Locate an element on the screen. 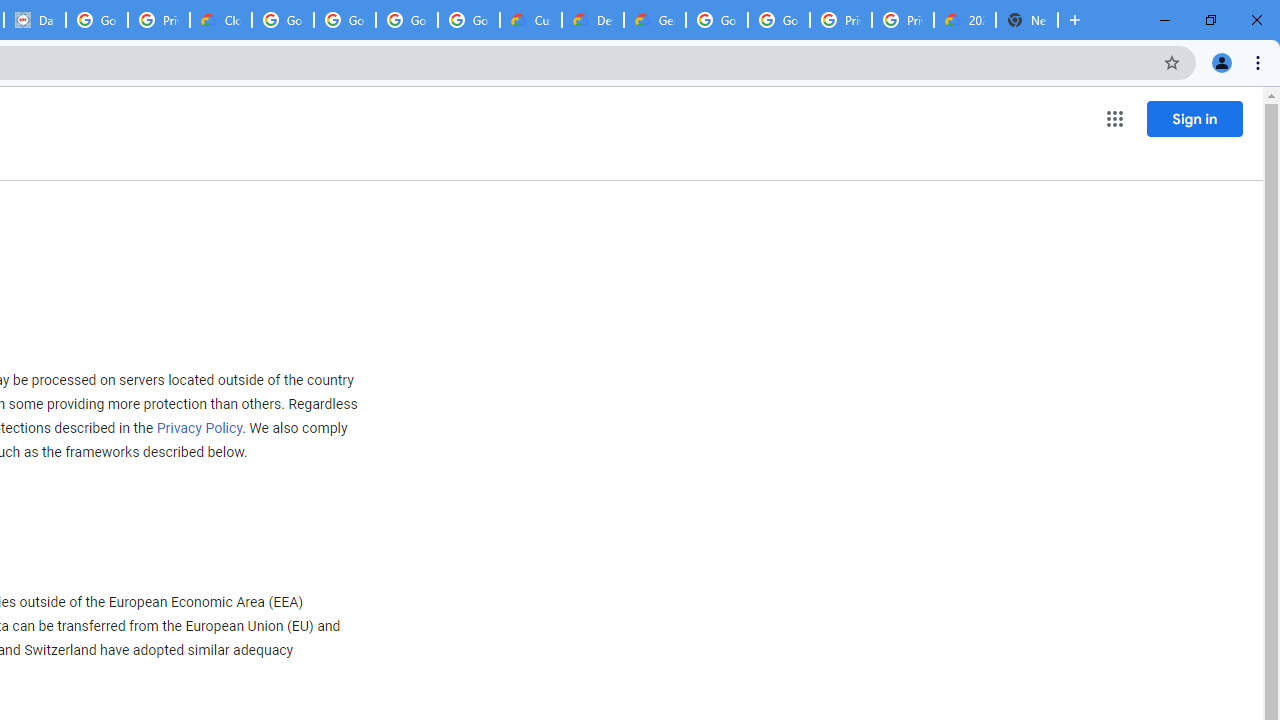 The width and height of the screenshot is (1280, 720). 'Gemini for Business and Developers | Google Cloud' is located at coordinates (654, 20).